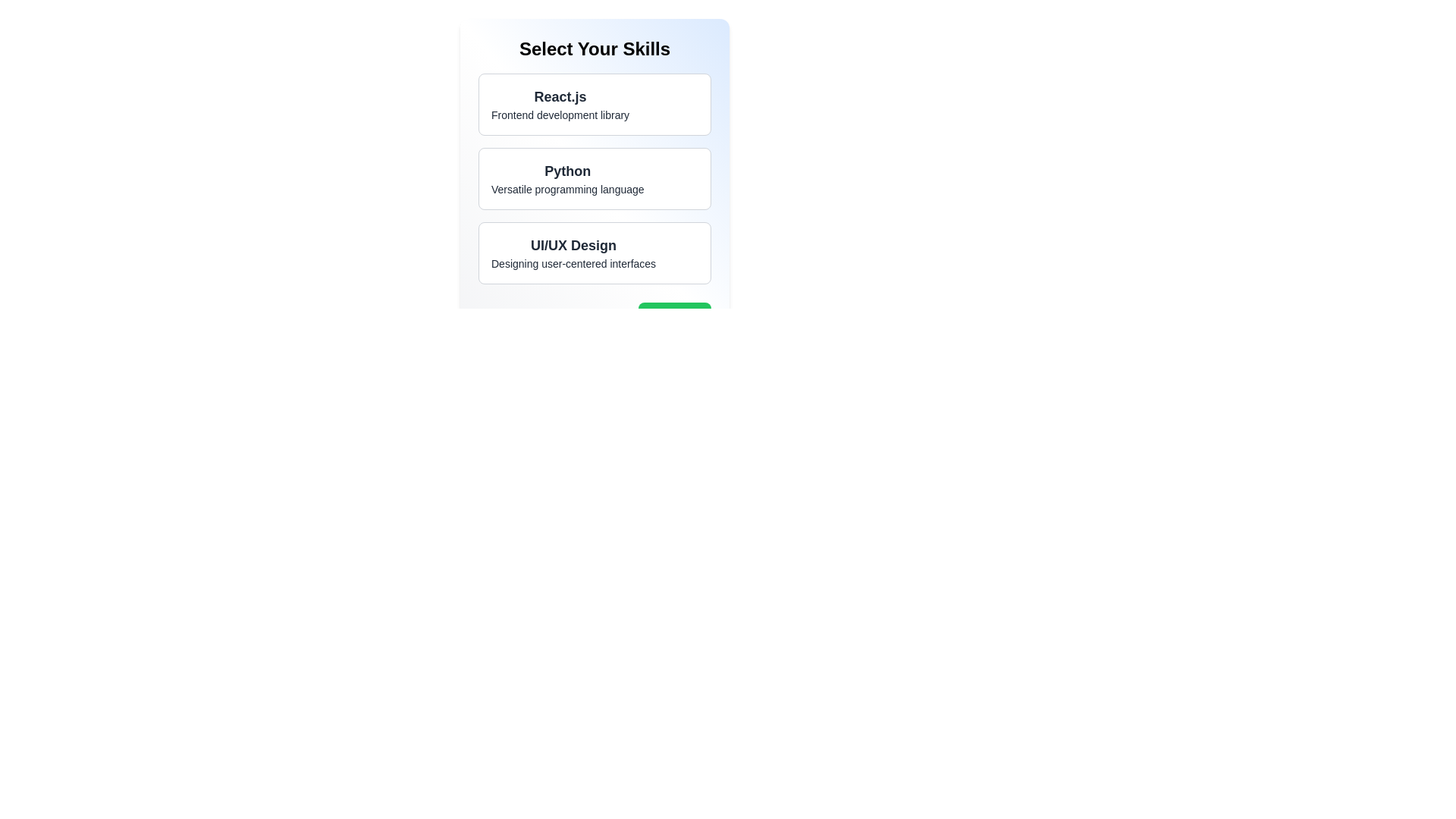 The image size is (1456, 819). What do you see at coordinates (673, 317) in the screenshot?
I see `the confirm button to confirm the selection` at bounding box center [673, 317].